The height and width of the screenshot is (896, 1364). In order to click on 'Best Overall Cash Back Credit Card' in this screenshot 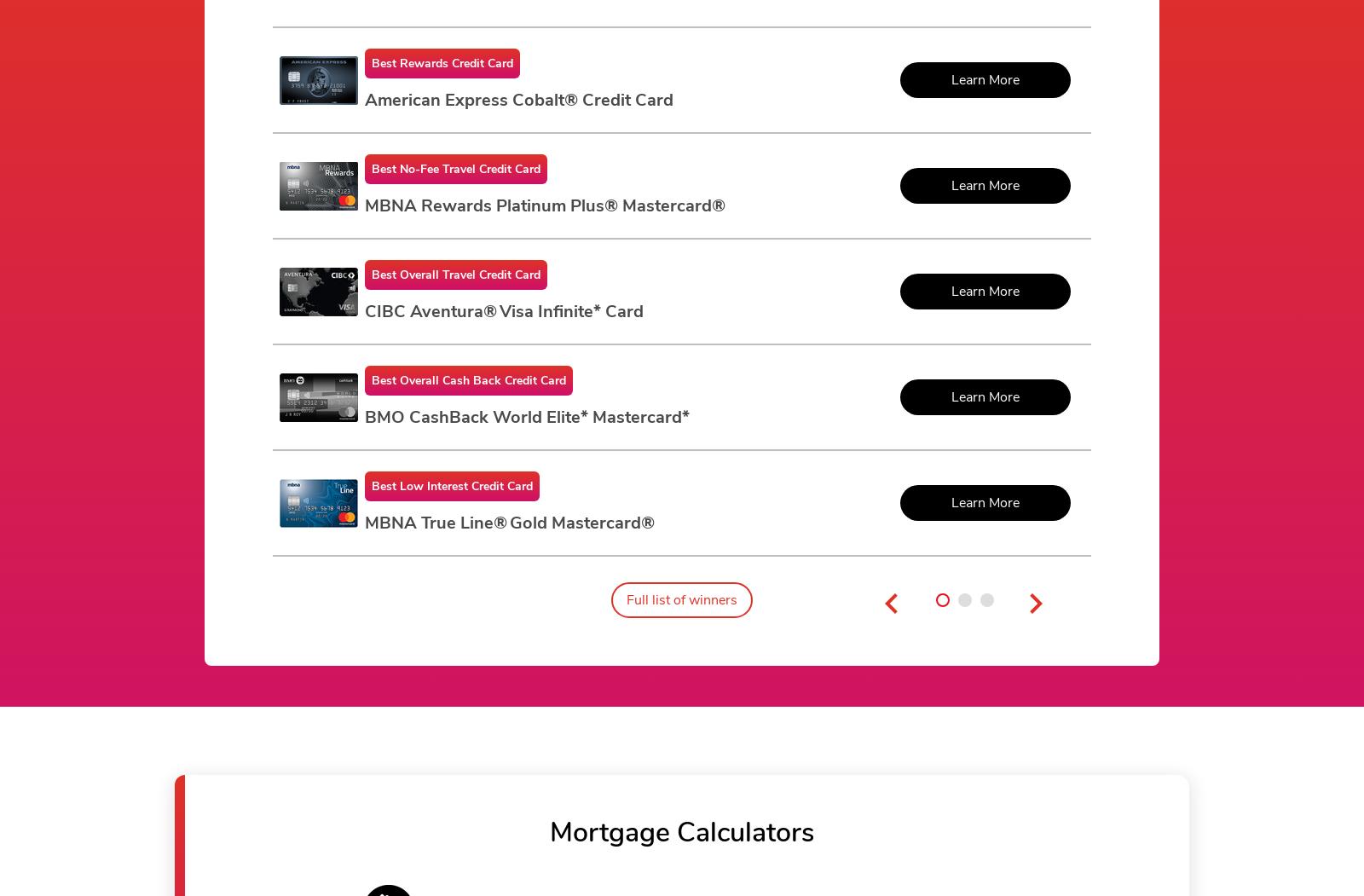, I will do `click(468, 379)`.